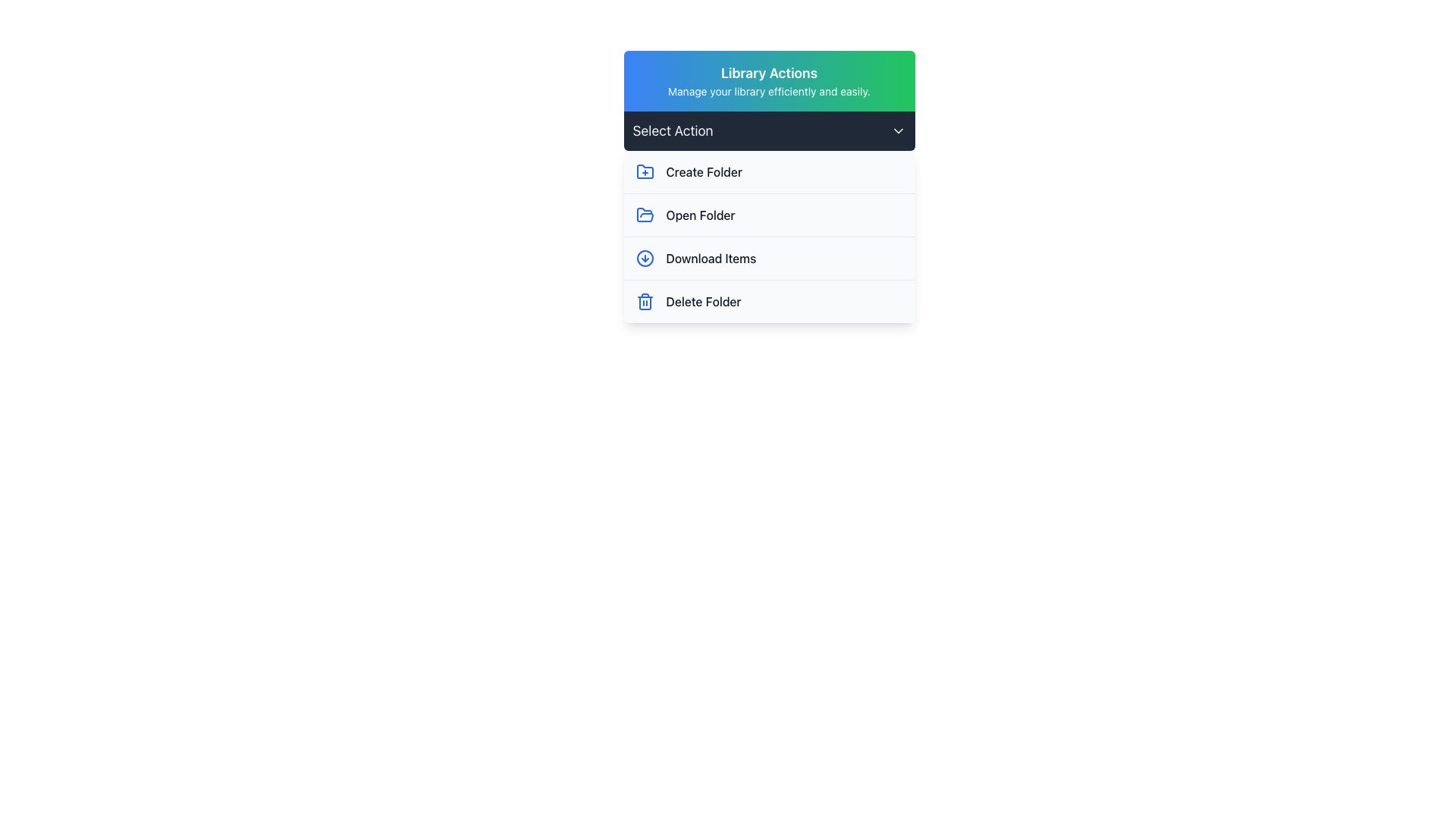  Describe the element at coordinates (645, 257) in the screenshot. I see `the Vector icon (SVG circle and arrow) that symbolizes downloading, located in the middle-left of the interface under the 'Download Items' option` at that location.